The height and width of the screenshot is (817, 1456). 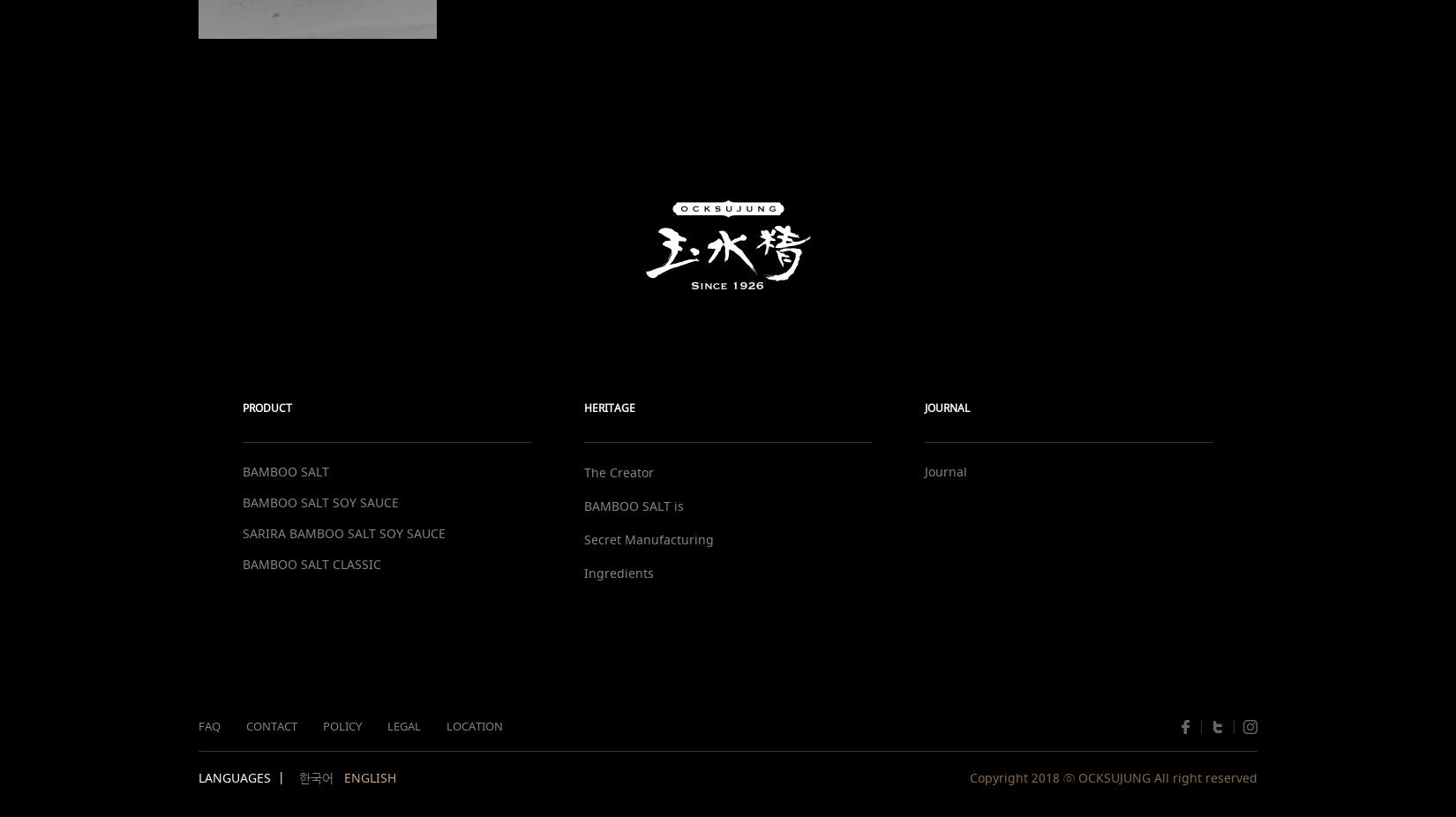 What do you see at coordinates (243, 408) in the screenshot?
I see `'PRODUCT'` at bounding box center [243, 408].